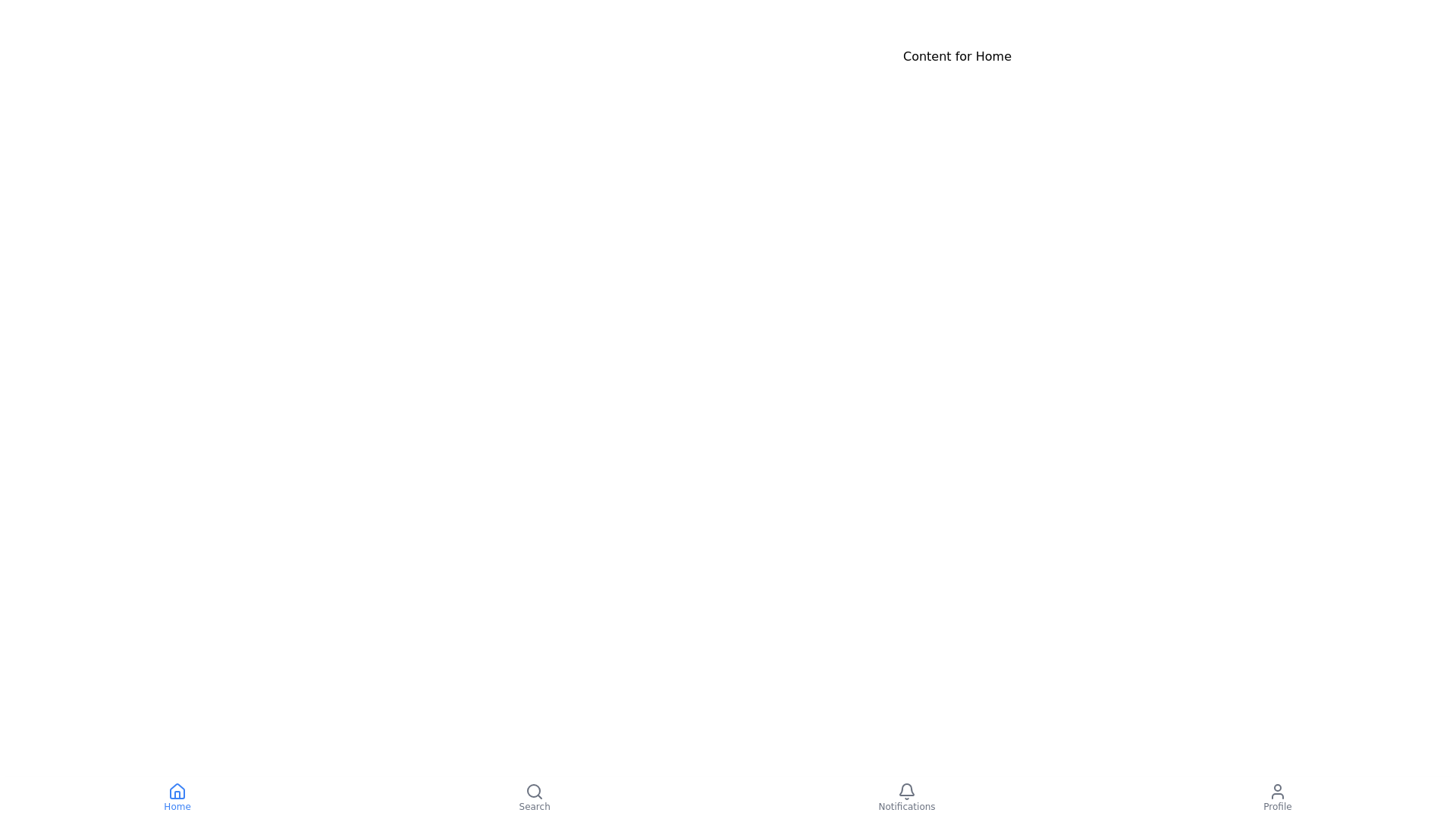 This screenshot has width=1456, height=819. I want to click on the bell icon representing notifications, so click(906, 791).